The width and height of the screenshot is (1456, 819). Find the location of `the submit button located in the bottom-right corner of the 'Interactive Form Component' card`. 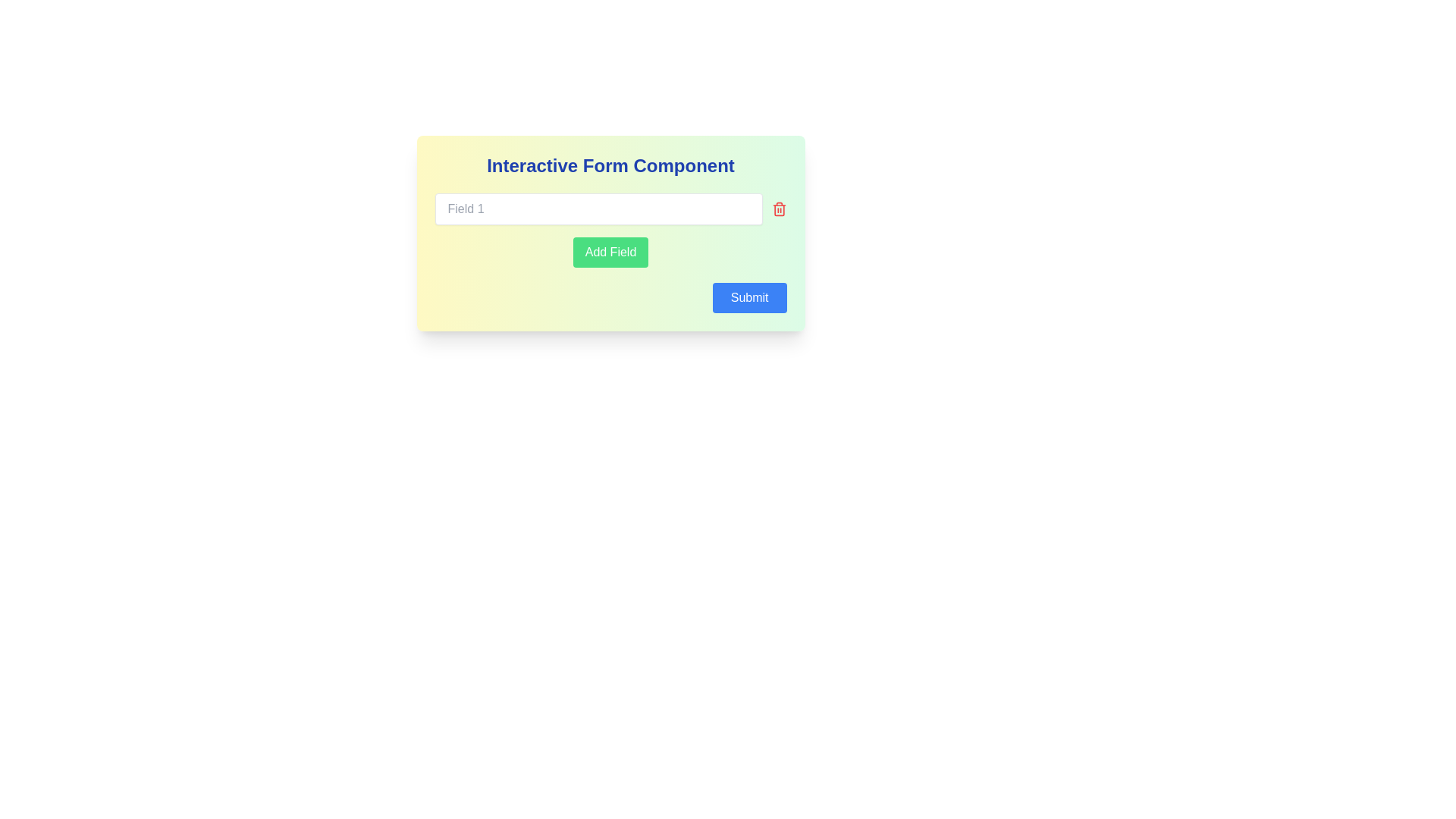

the submit button located in the bottom-right corner of the 'Interactive Form Component' card is located at coordinates (749, 298).